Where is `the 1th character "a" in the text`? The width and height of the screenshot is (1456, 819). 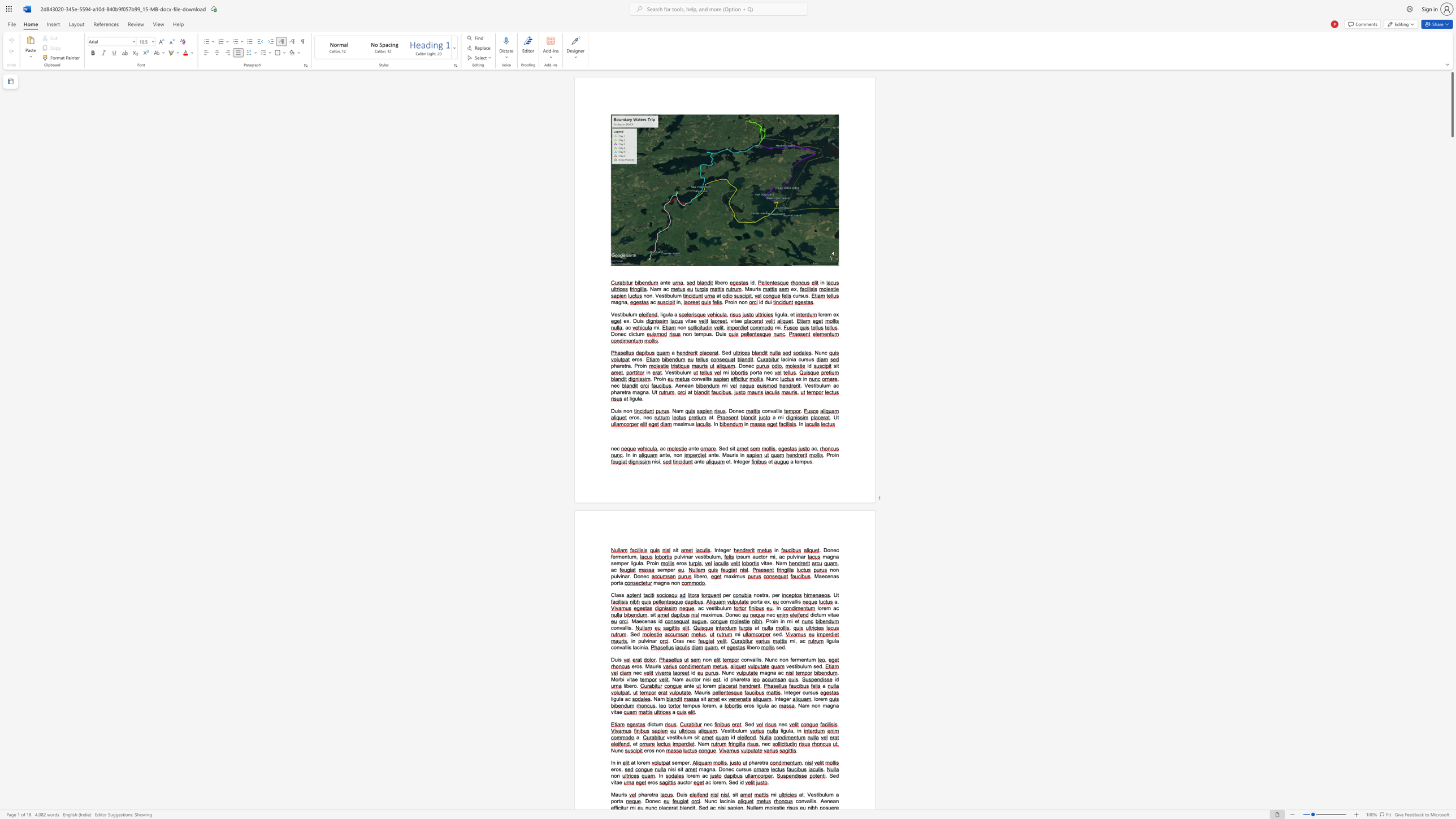
the 1th character "a" in the text is located at coordinates (833, 614).